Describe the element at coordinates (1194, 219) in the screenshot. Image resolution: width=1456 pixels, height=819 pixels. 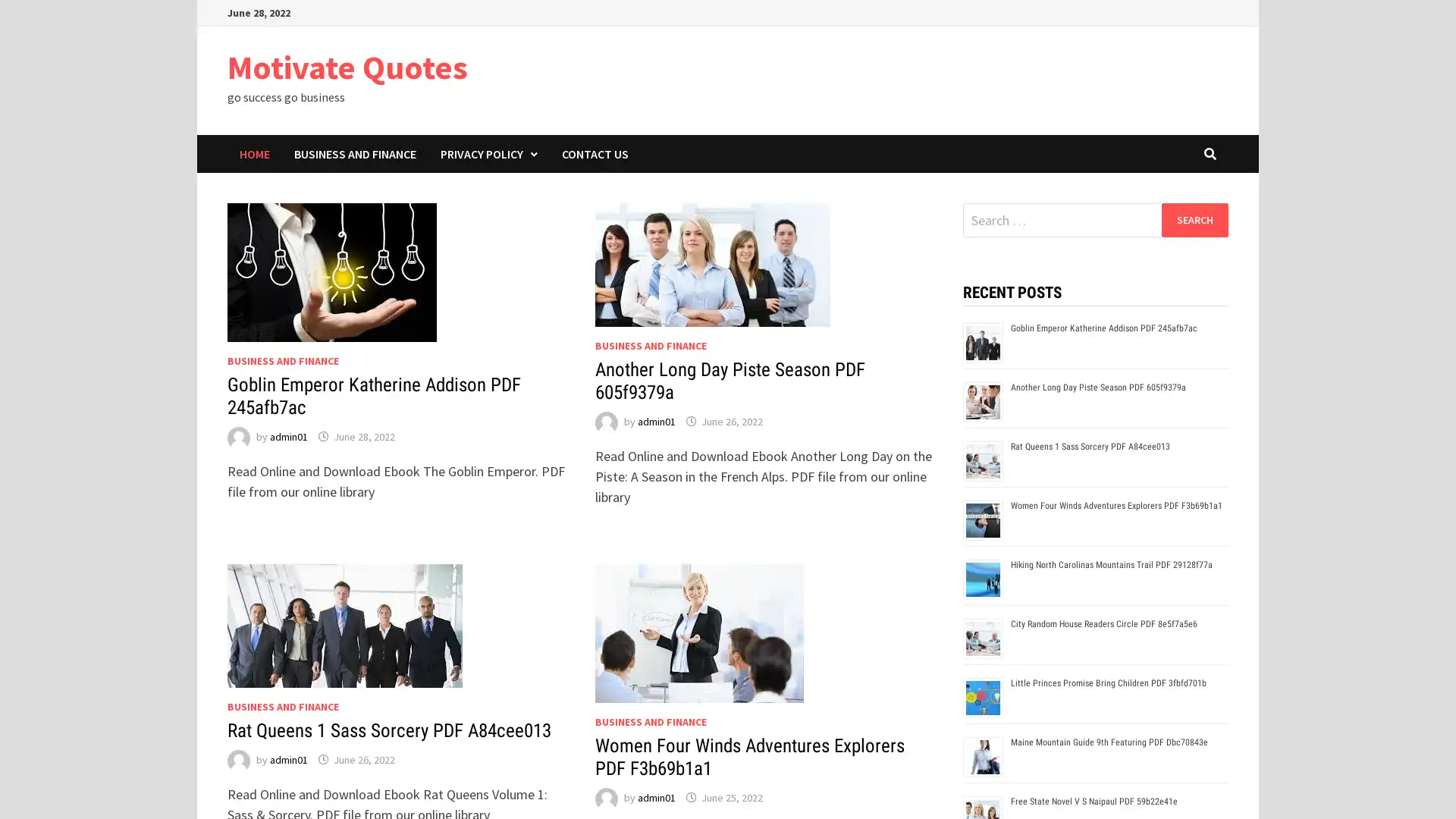
I see `Search` at that location.